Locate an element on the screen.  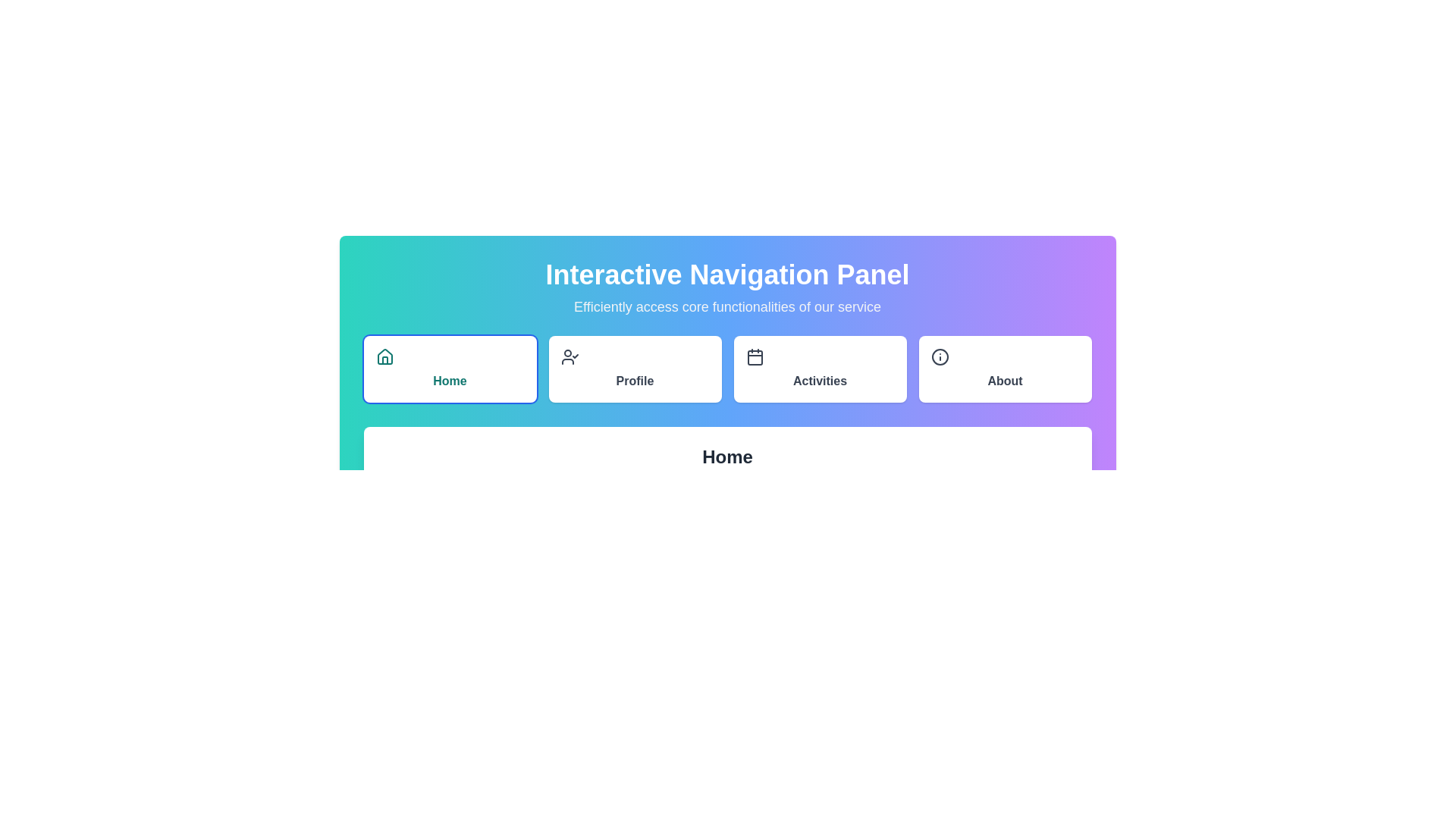
the text label that states 'Efficiently access core functionalities of our service', which is styled with a light gray font color on a gradient background transitioning from teal to purple, located below the 'Interactive Navigation Panel' is located at coordinates (726, 307).